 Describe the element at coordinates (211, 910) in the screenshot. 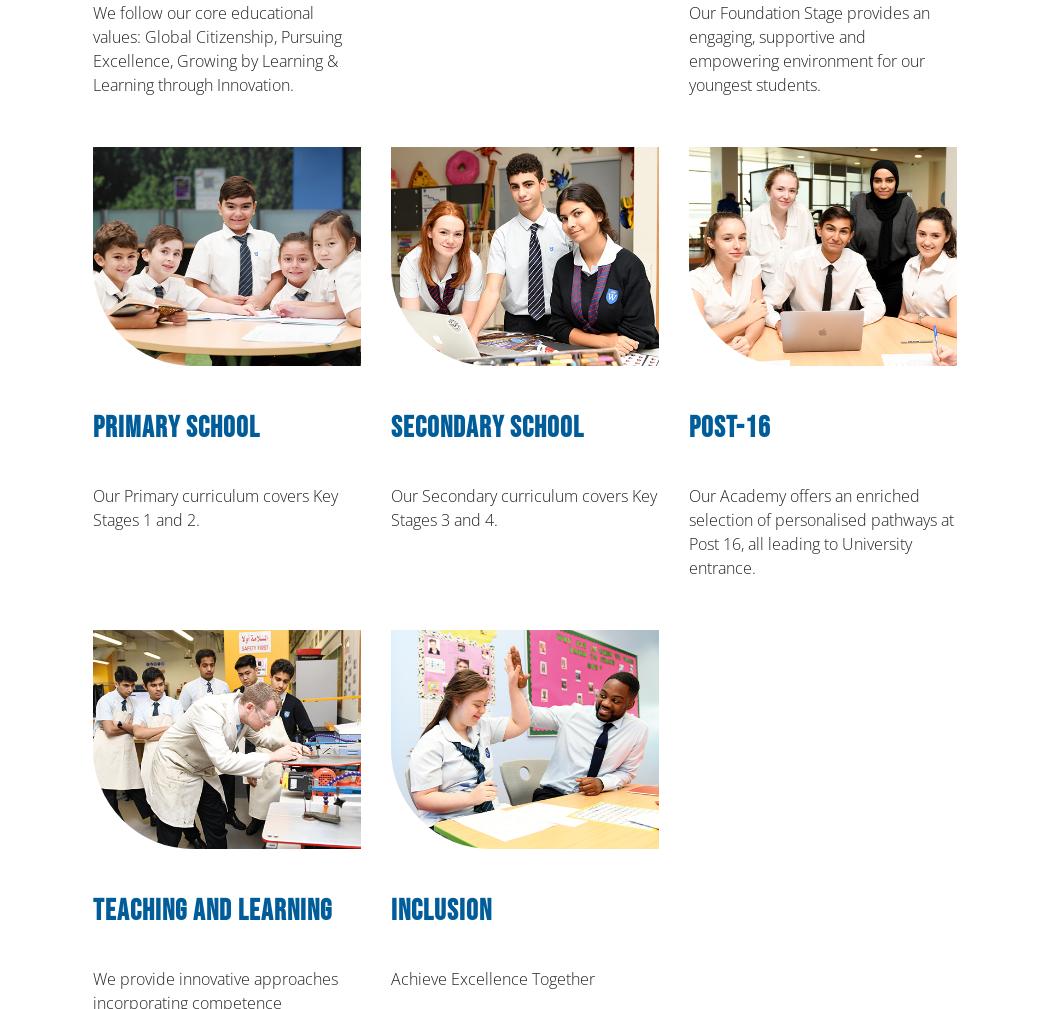

I see `'Teaching and Learning'` at that location.